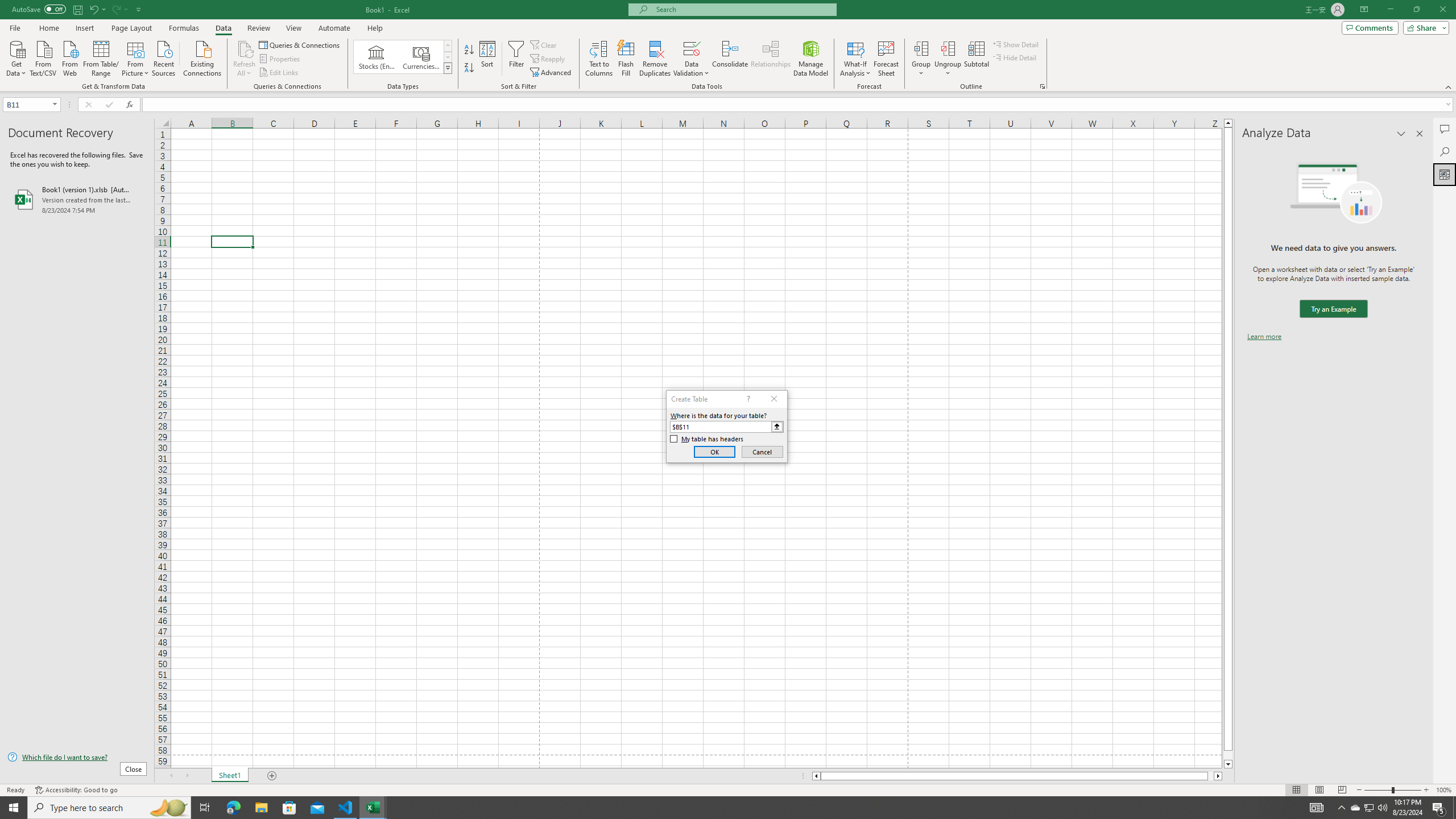 This screenshot has width=1456, height=819. What do you see at coordinates (76, 198) in the screenshot?
I see `'Book1 (version 1).xlsb  [AutoRecovered]'` at bounding box center [76, 198].